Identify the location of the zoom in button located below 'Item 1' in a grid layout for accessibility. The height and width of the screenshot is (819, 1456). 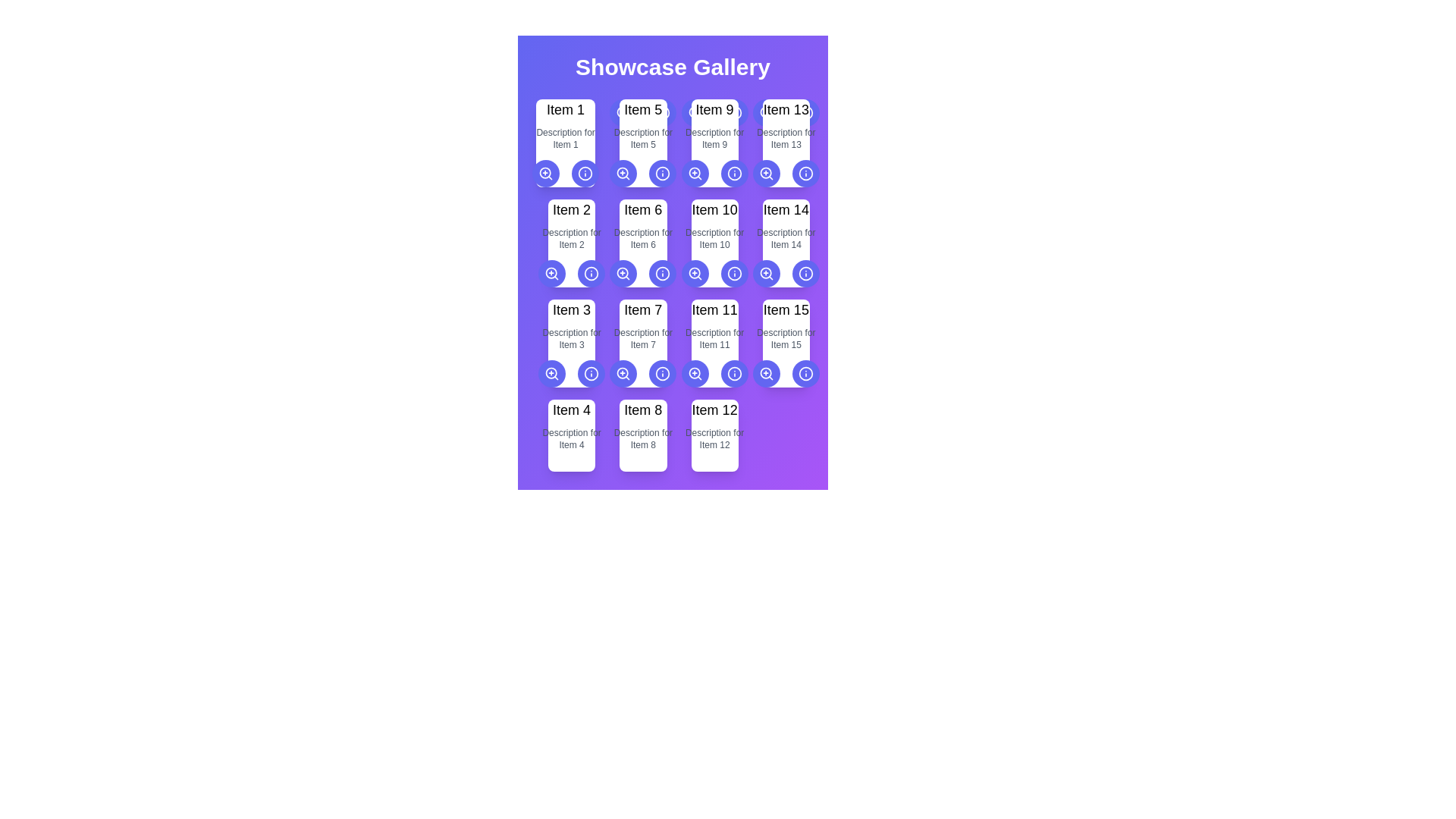
(546, 172).